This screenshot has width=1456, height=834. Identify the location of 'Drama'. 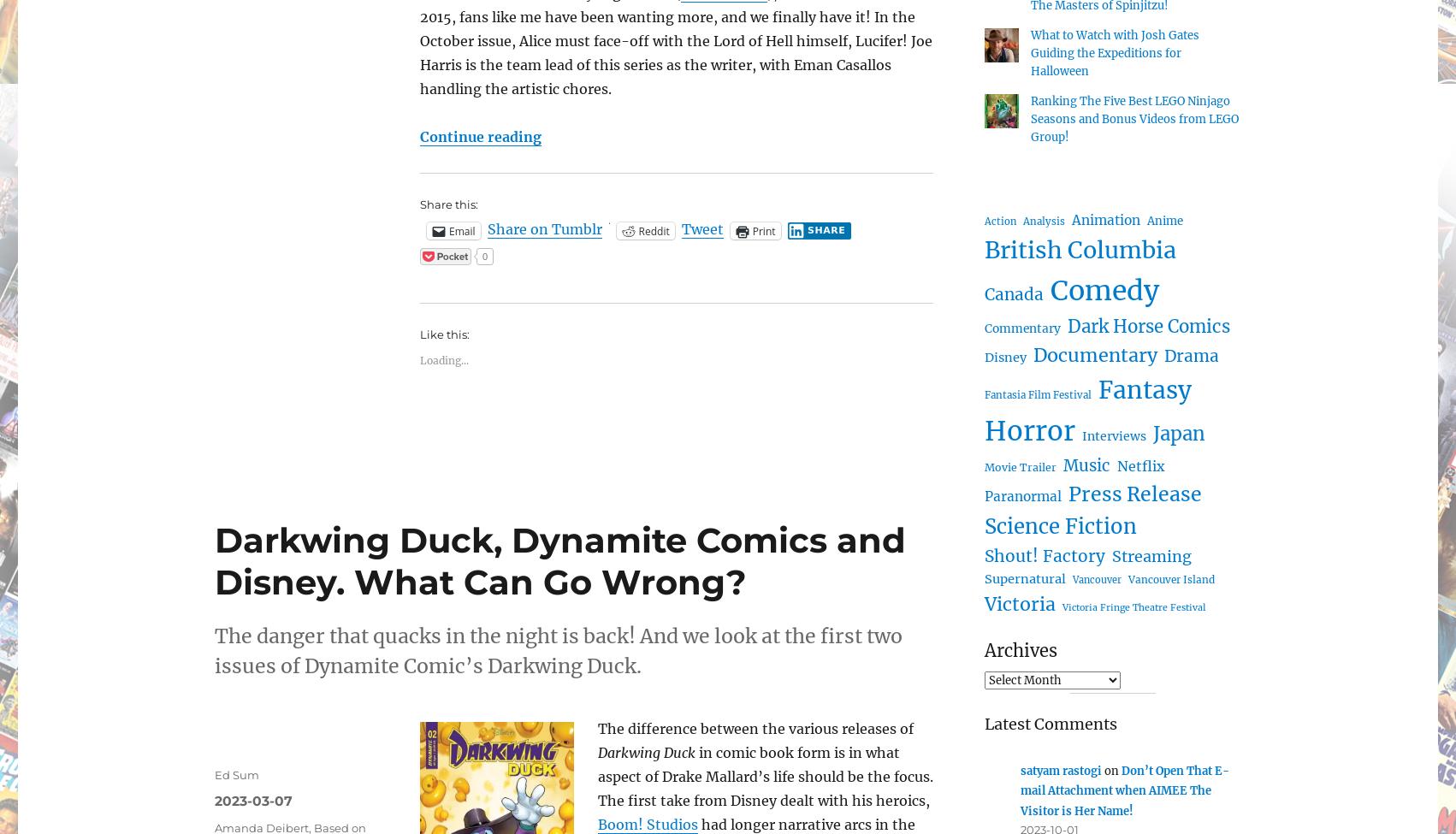
(1190, 356).